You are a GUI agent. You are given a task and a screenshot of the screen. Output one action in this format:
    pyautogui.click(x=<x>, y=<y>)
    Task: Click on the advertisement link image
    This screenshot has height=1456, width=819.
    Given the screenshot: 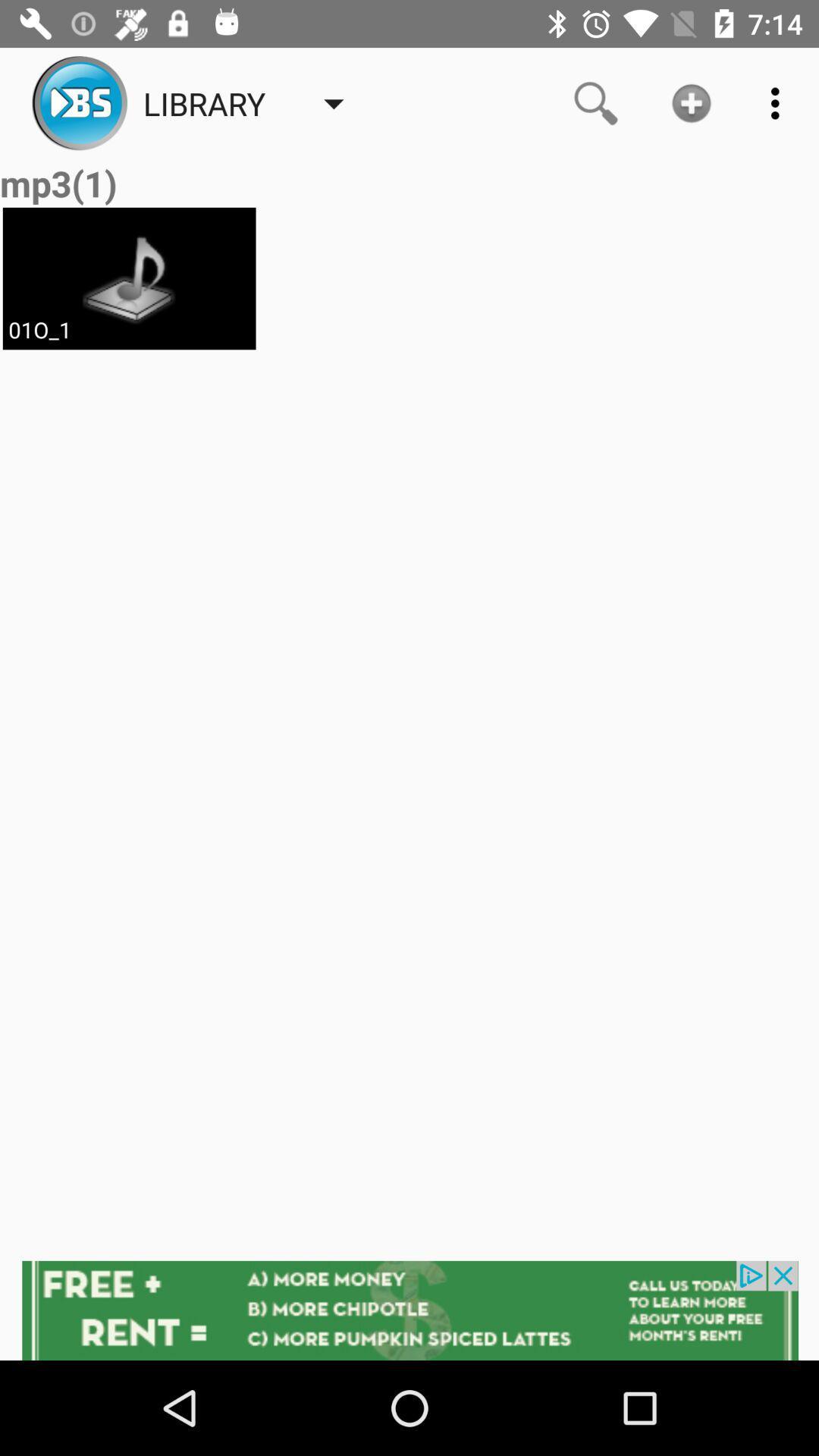 What is the action you would take?
    pyautogui.click(x=409, y=1310)
    